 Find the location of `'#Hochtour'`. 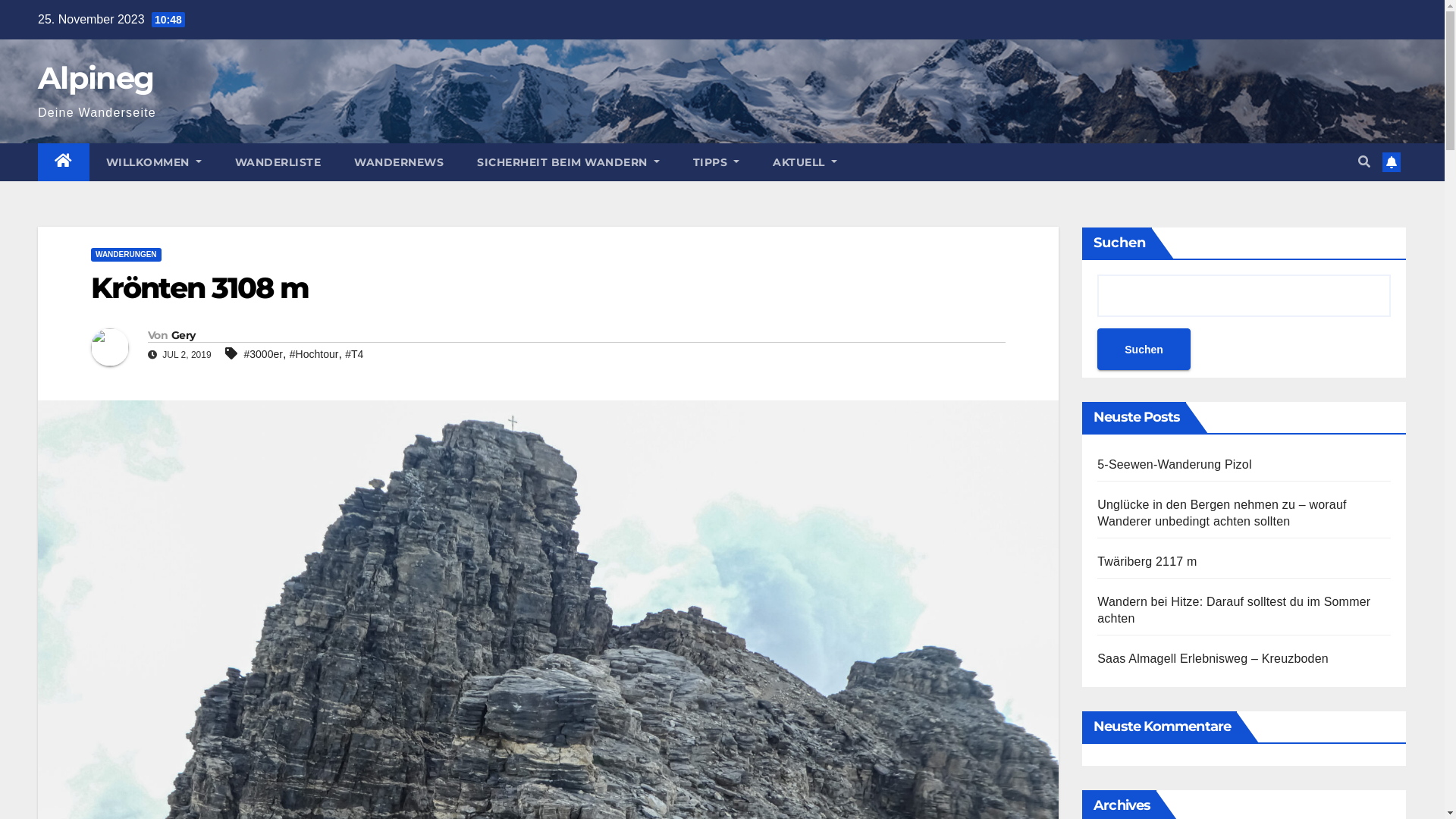

'#Hochtour' is located at coordinates (313, 353).